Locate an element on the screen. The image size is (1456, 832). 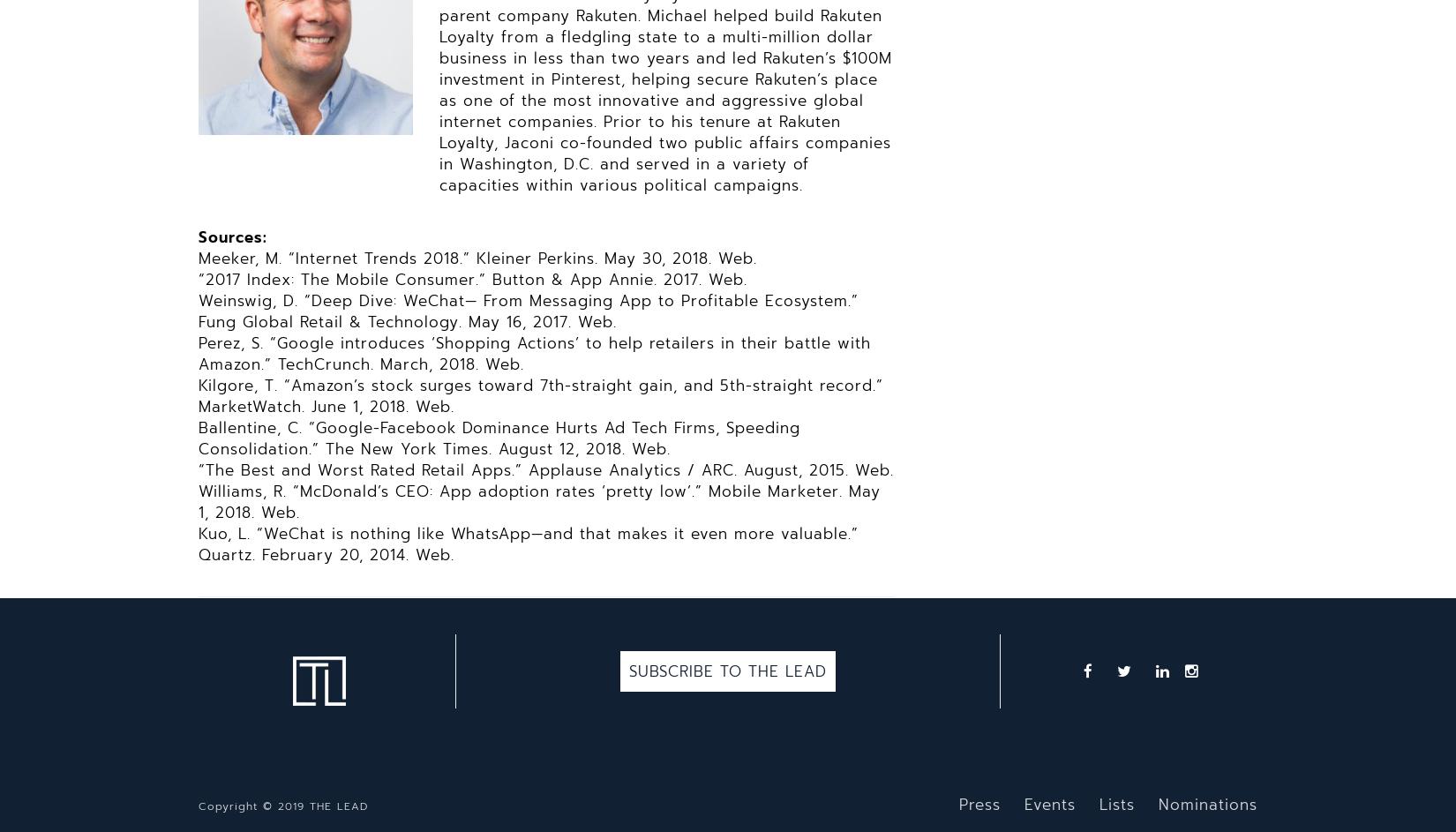
'Lists' is located at coordinates (1116, 803).